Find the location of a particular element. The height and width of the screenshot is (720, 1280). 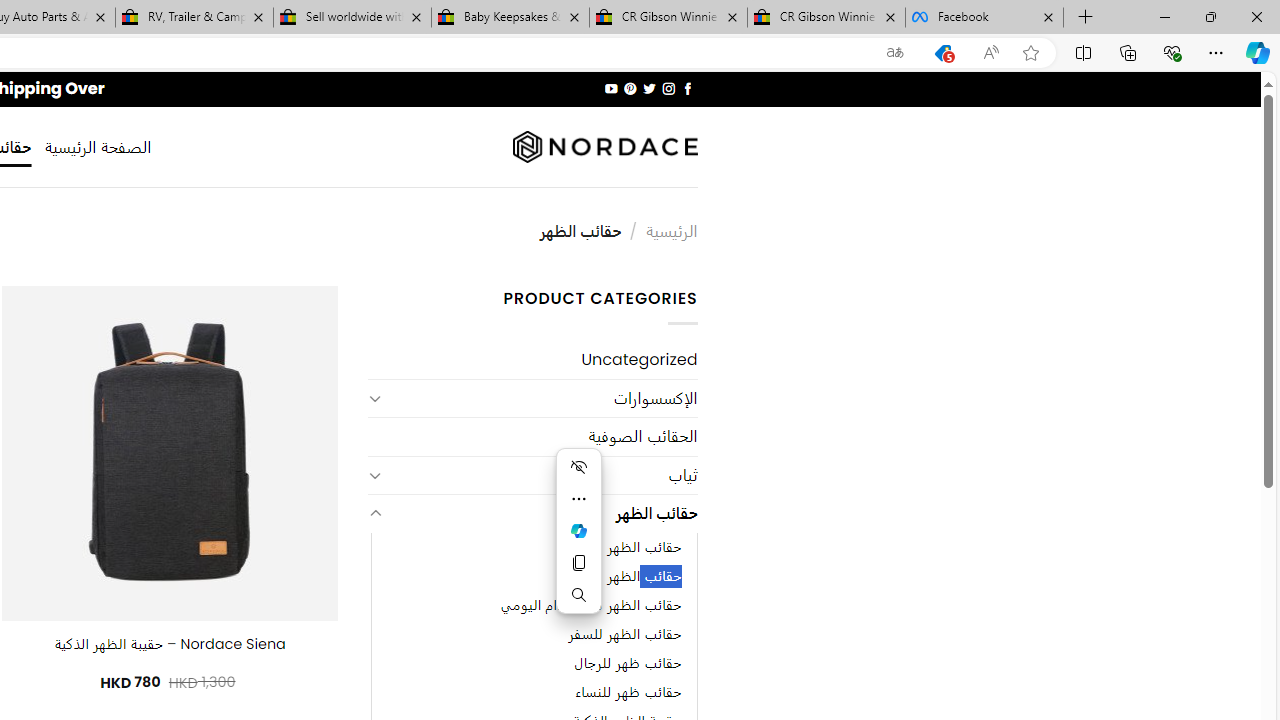

'This site has coupons! Shopping in Microsoft Edge, 5' is located at coordinates (942, 52).